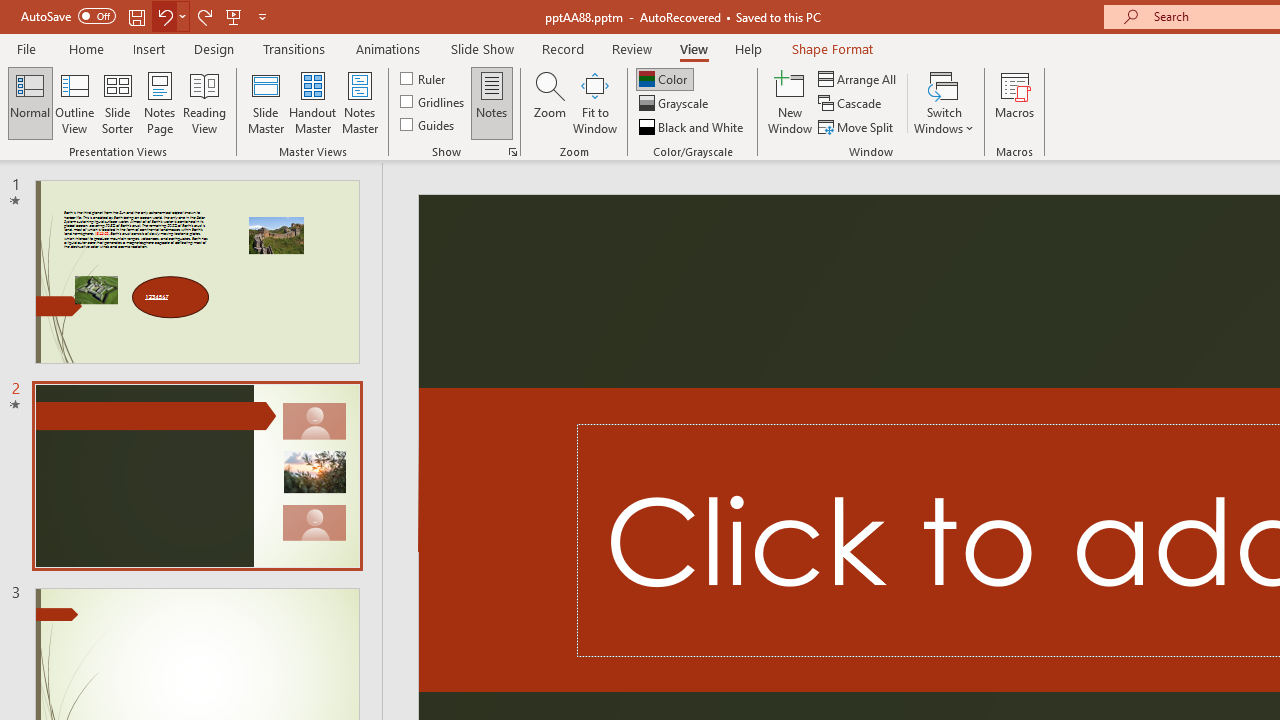 Image resolution: width=1280 pixels, height=720 pixels. What do you see at coordinates (427, 124) in the screenshot?
I see `'Guides'` at bounding box center [427, 124].